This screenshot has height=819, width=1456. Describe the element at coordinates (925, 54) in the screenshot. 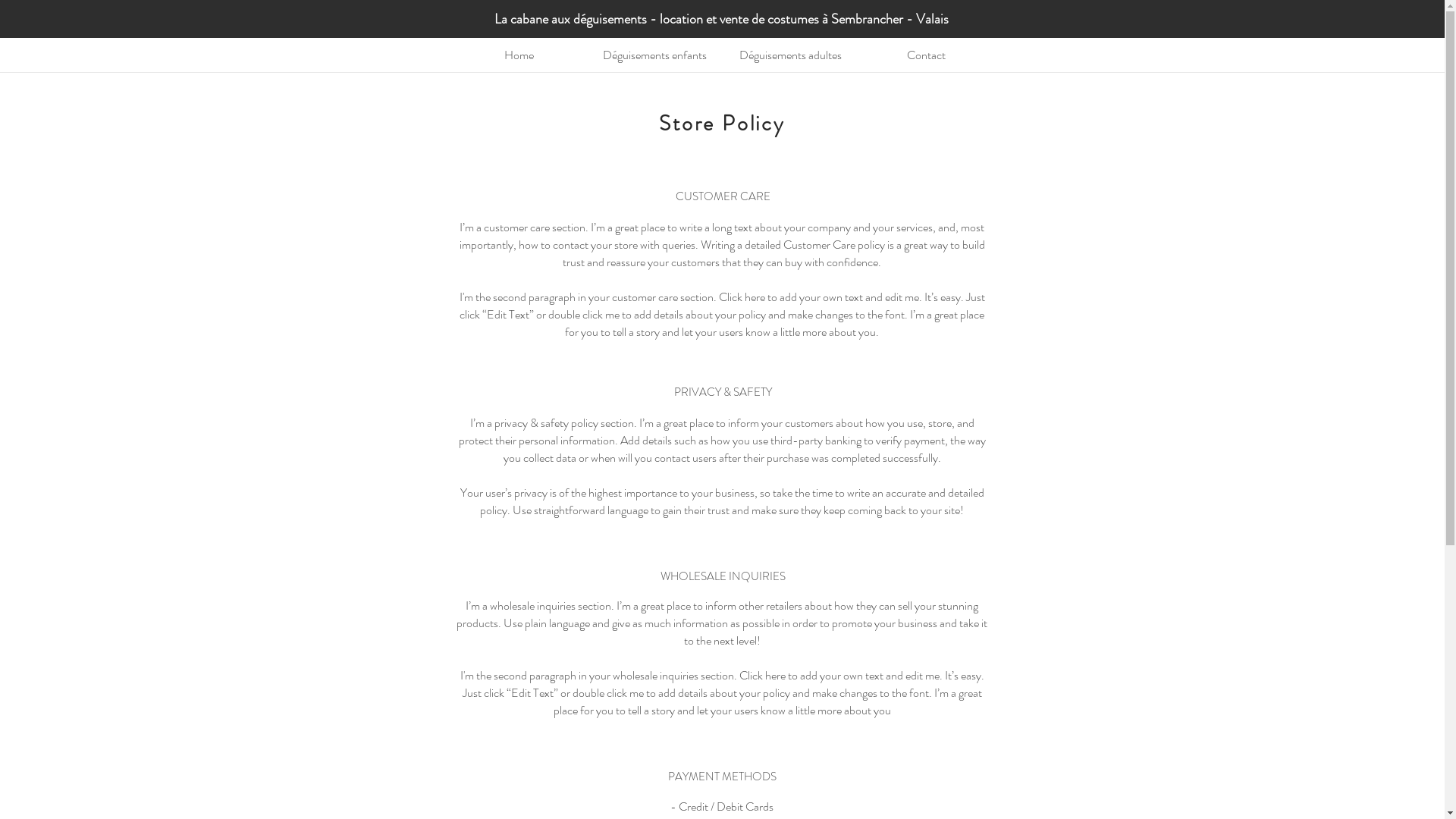

I see `'Contact'` at that location.